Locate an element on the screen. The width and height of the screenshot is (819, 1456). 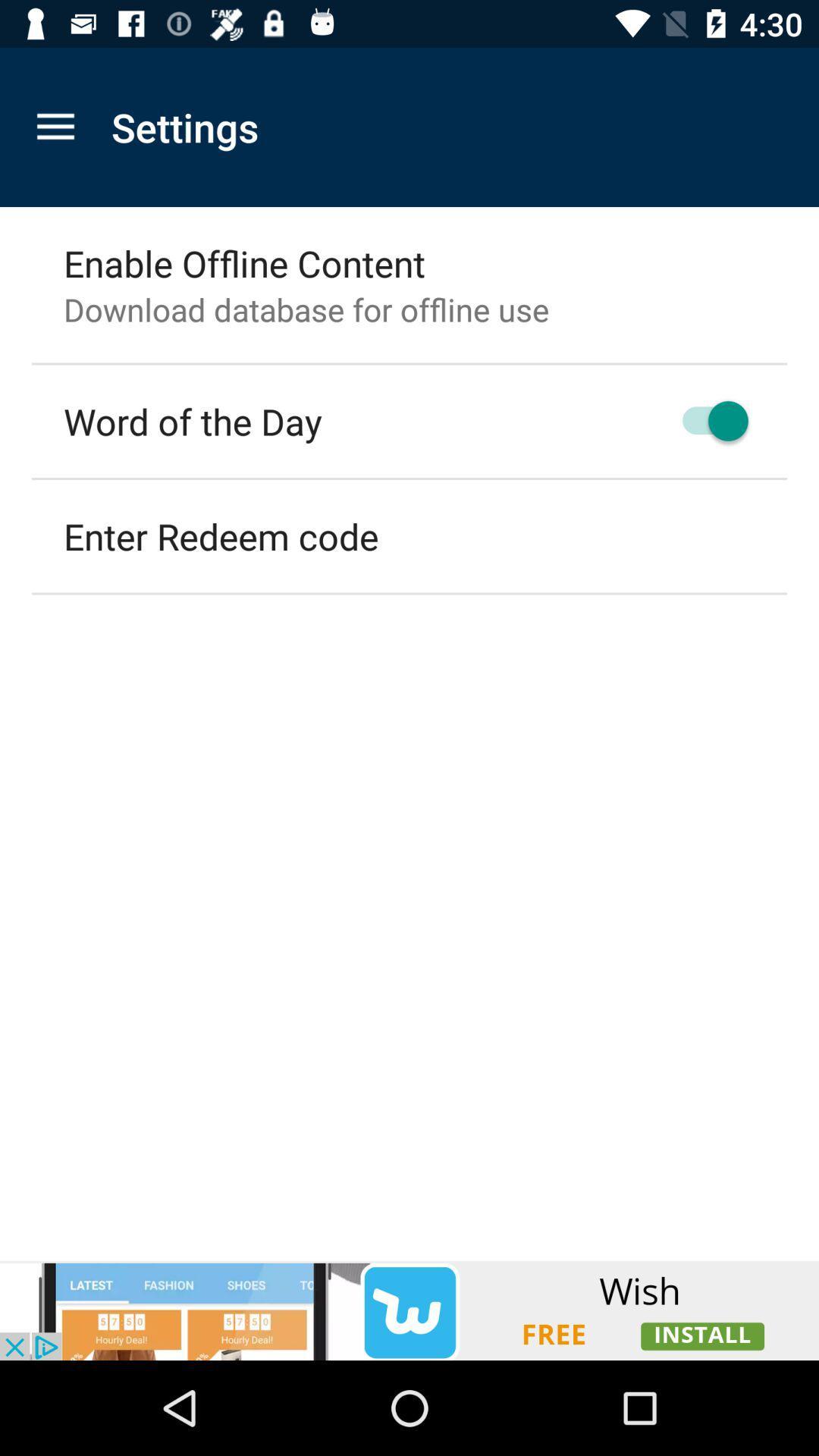
advertisement is located at coordinates (409, 1310).